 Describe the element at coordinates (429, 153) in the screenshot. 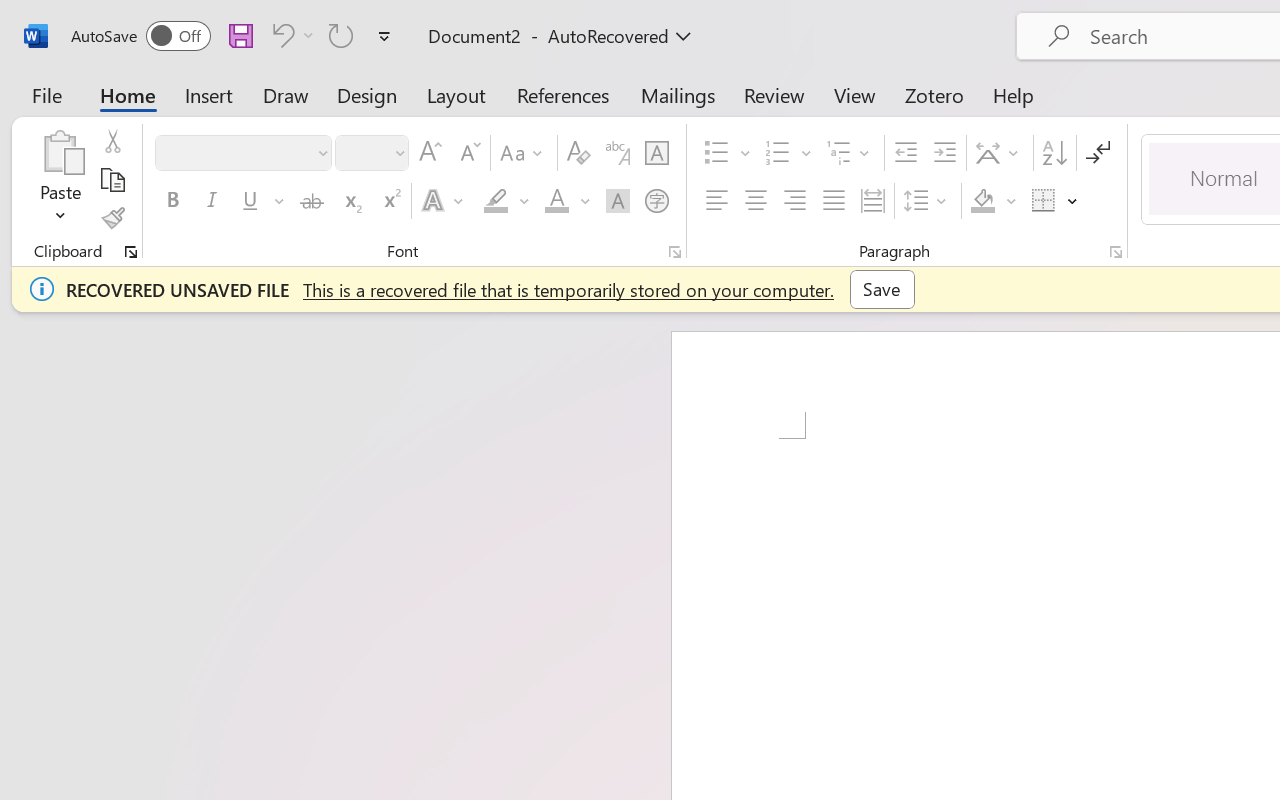

I see `'Grow Font'` at that location.